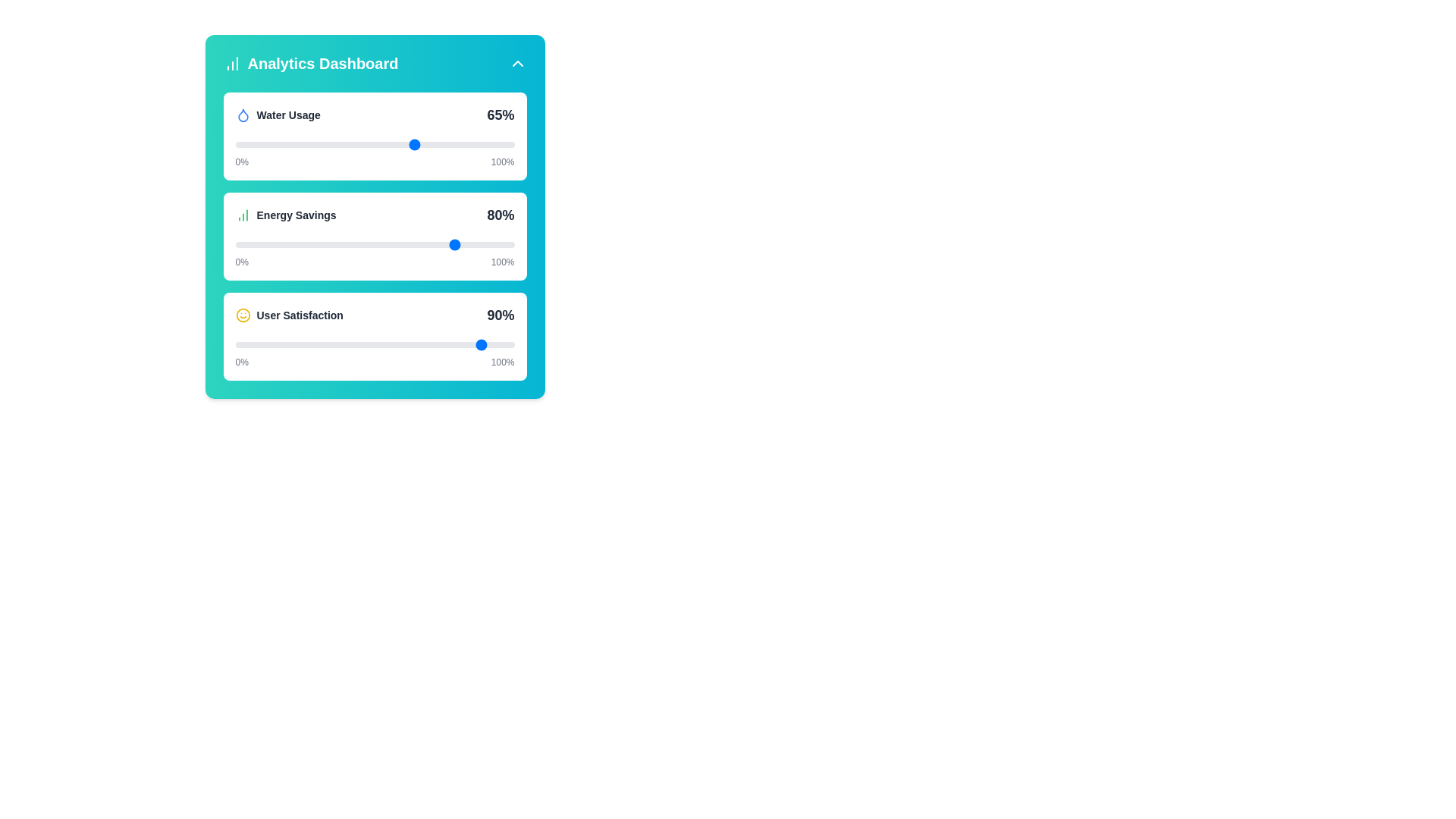  Describe the element at coordinates (300, 315) in the screenshot. I see `the 'User Satisfaction' text label element in the 'Analytics Dashboard'` at that location.